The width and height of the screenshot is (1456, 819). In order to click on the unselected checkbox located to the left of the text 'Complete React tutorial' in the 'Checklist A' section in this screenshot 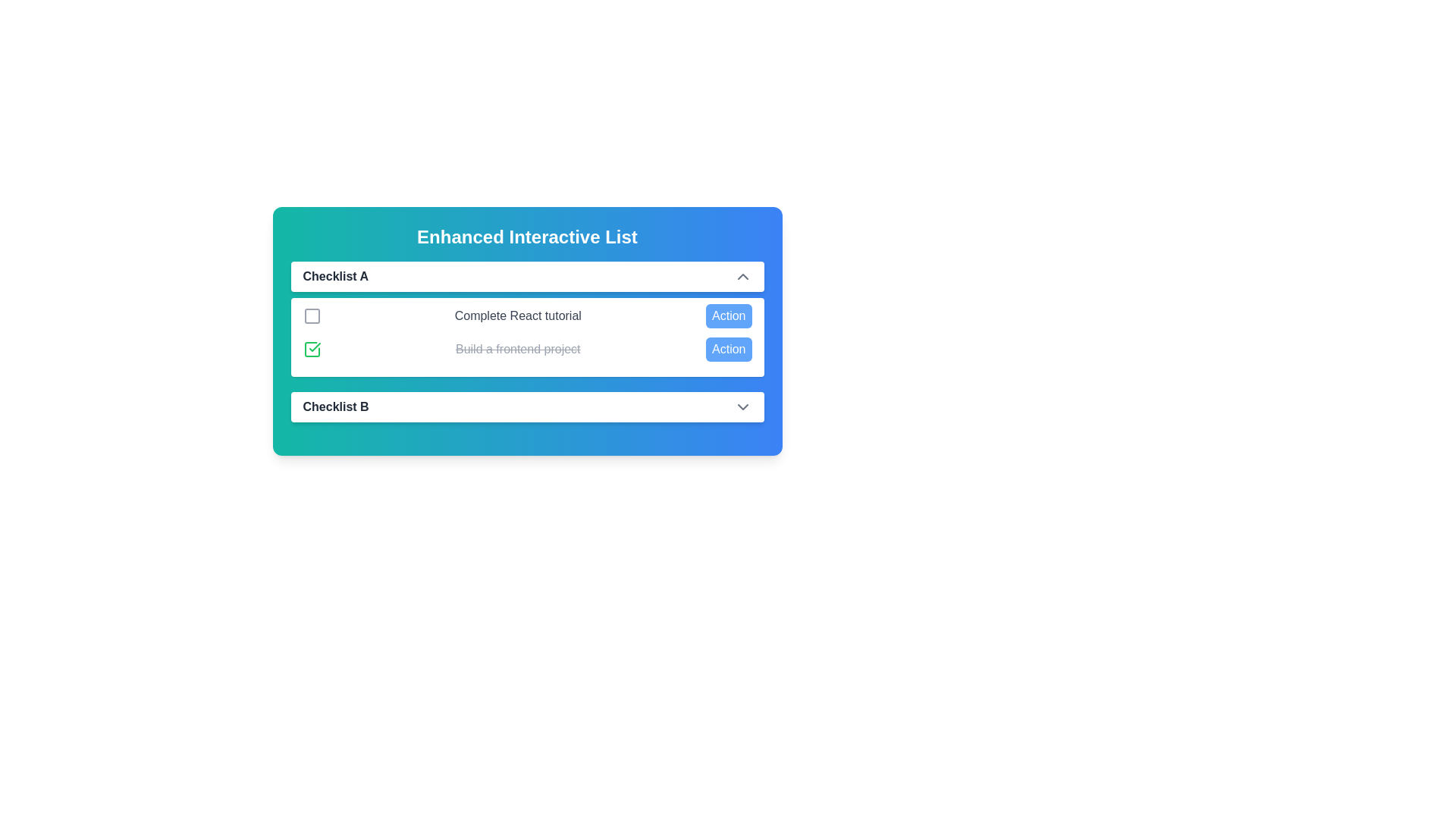, I will do `click(311, 315)`.